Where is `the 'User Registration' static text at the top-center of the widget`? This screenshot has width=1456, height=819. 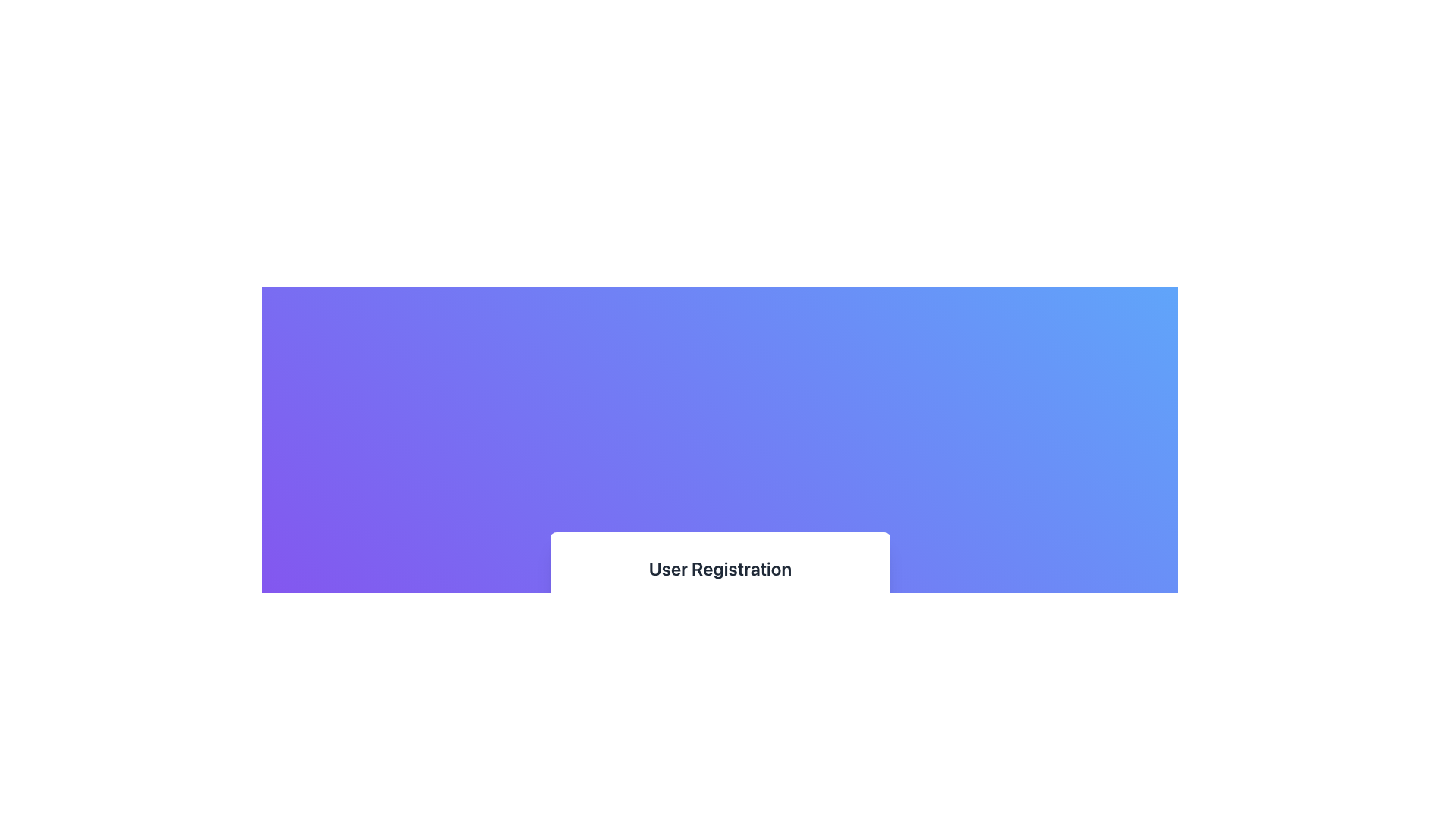 the 'User Registration' static text at the top-center of the widget is located at coordinates (720, 568).